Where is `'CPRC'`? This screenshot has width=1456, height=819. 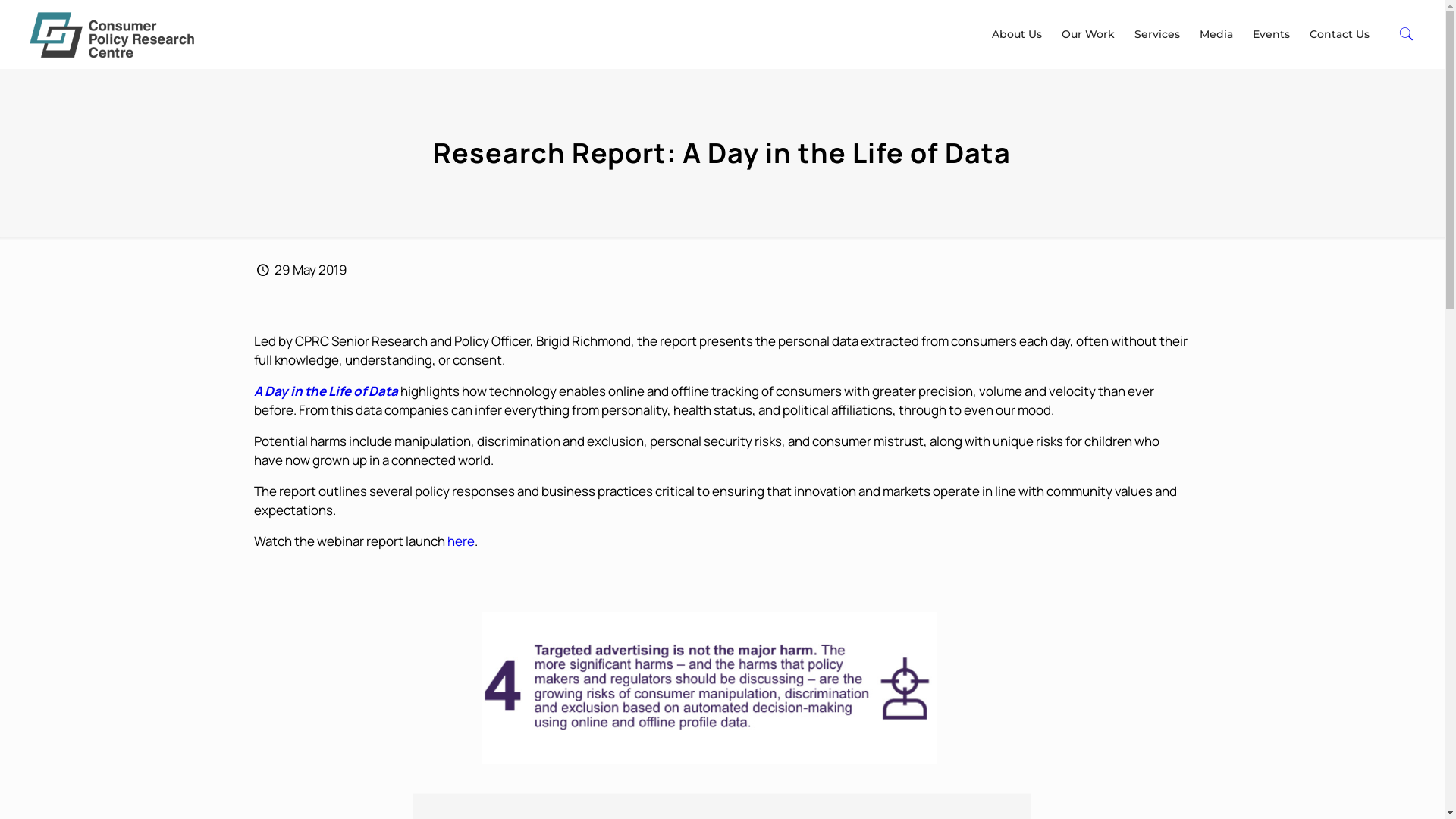 'CPRC' is located at coordinates (111, 34).